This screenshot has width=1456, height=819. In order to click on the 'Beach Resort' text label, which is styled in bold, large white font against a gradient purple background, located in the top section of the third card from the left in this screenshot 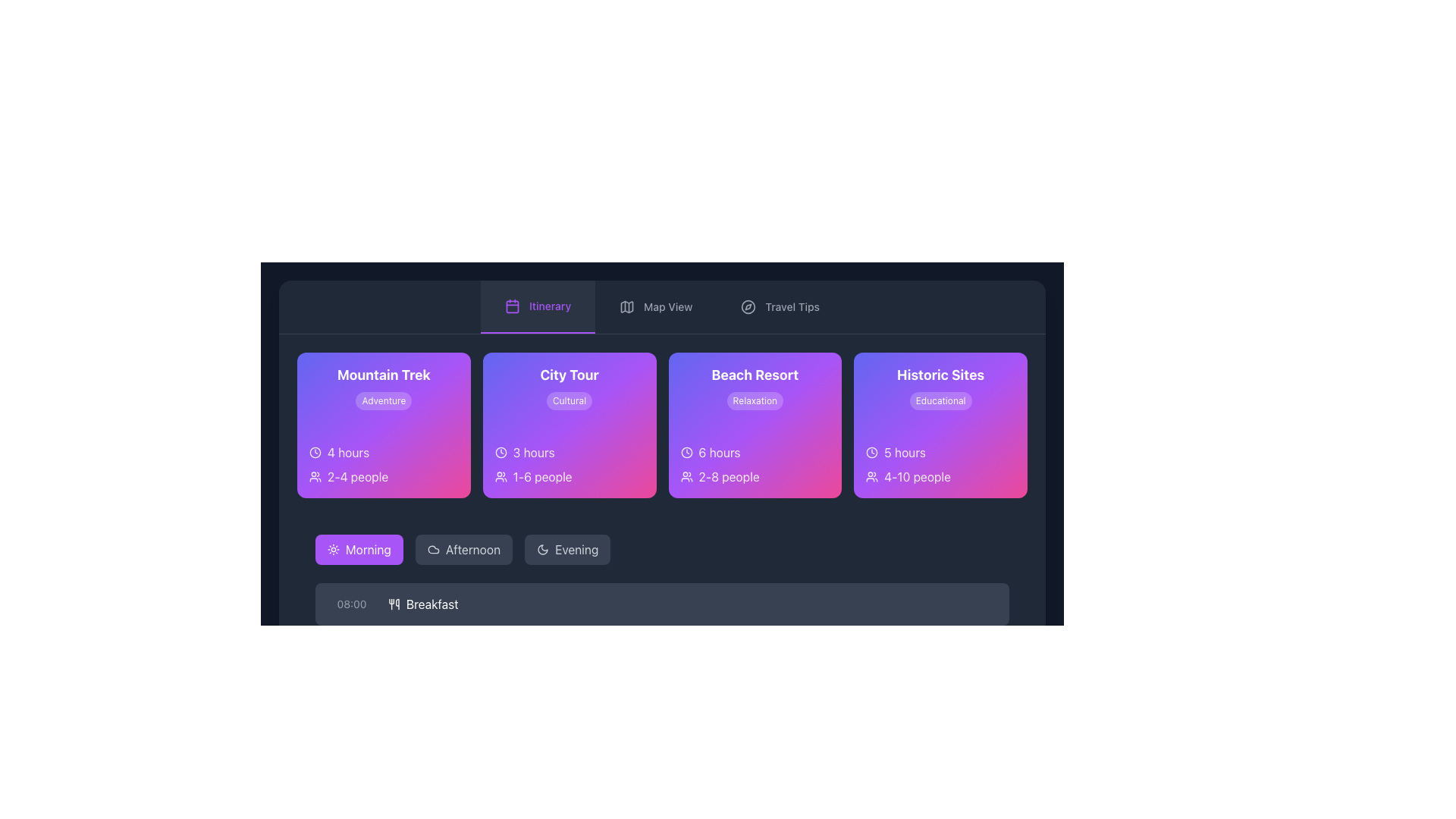, I will do `click(755, 375)`.